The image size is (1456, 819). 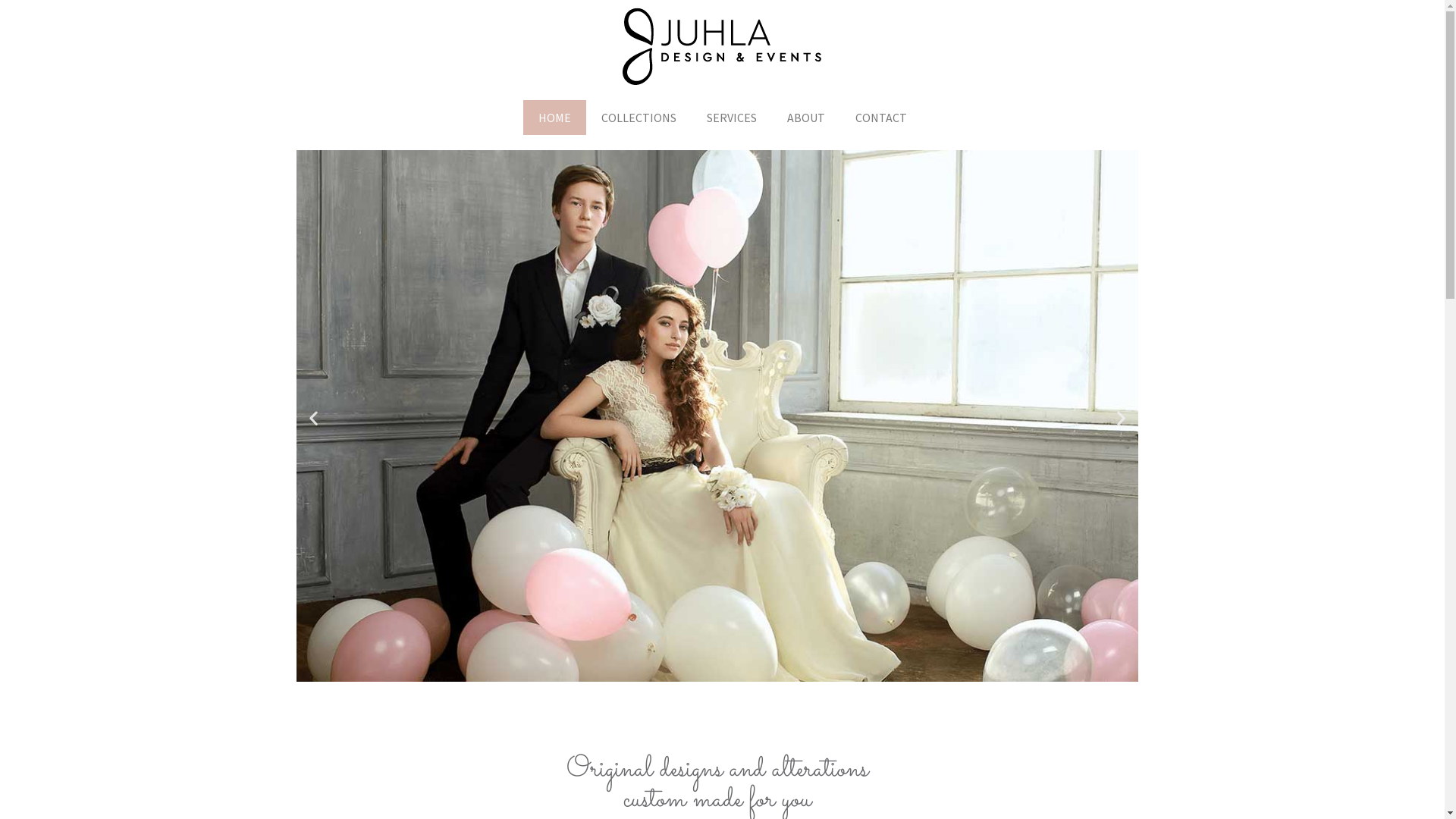 I want to click on 'HOME', so click(x=554, y=116).